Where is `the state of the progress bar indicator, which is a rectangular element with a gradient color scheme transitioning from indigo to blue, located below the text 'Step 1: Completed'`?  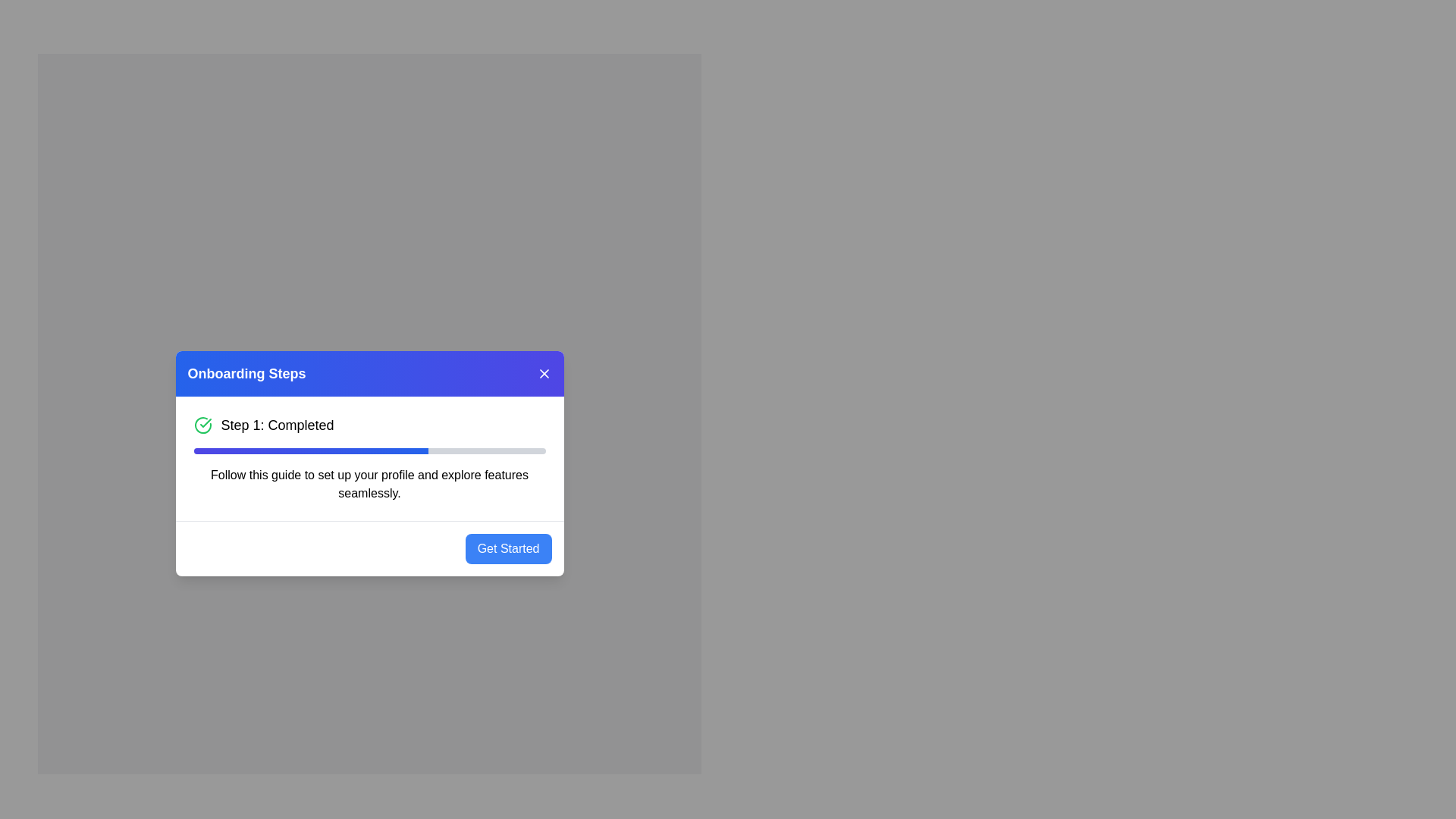 the state of the progress bar indicator, which is a rectangular element with a gradient color scheme transitioning from indigo to blue, located below the text 'Step 1: Completed' is located at coordinates (310, 450).